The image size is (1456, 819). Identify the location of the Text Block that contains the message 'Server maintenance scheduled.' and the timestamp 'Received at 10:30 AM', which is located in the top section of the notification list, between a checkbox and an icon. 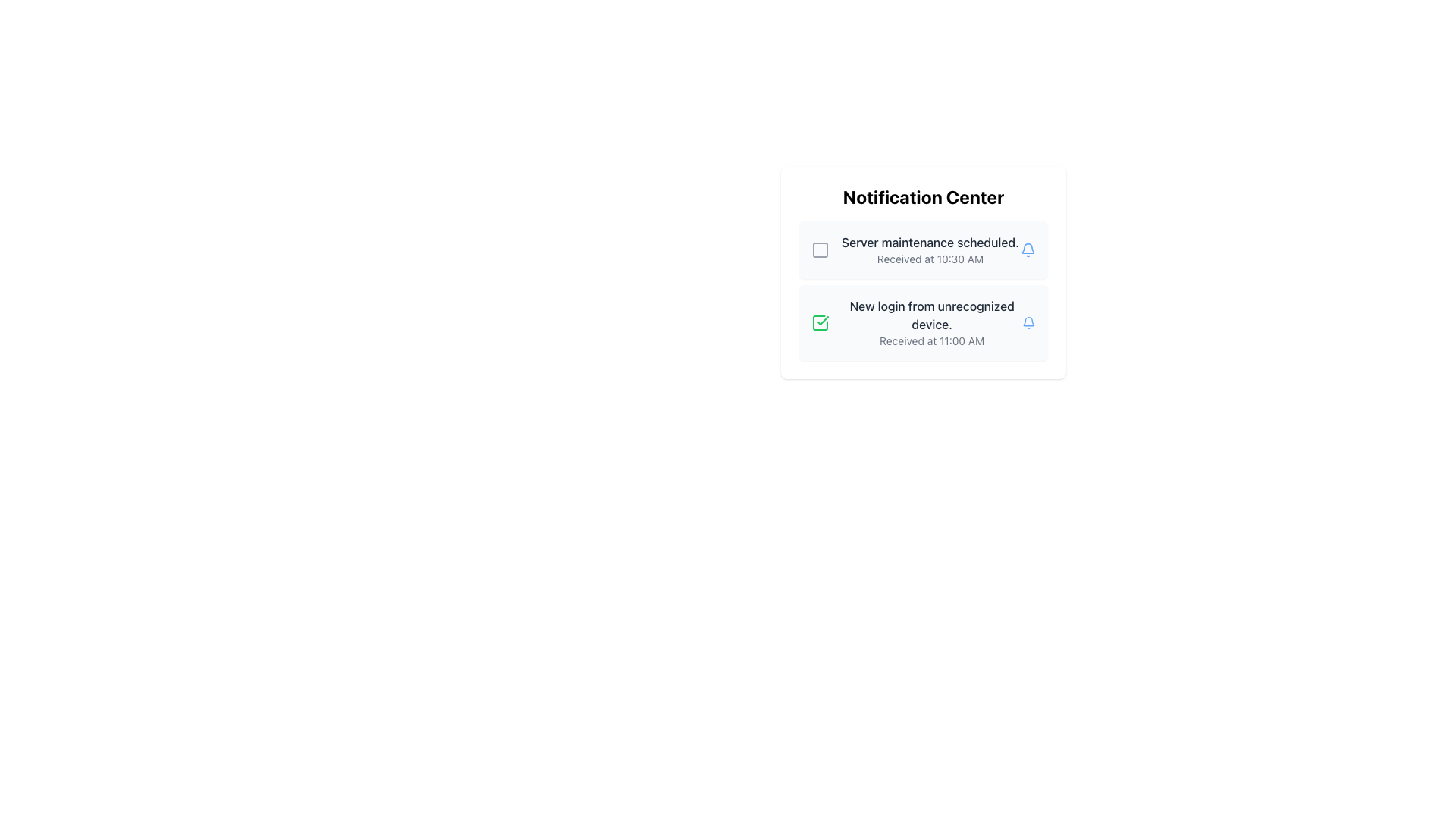
(929, 249).